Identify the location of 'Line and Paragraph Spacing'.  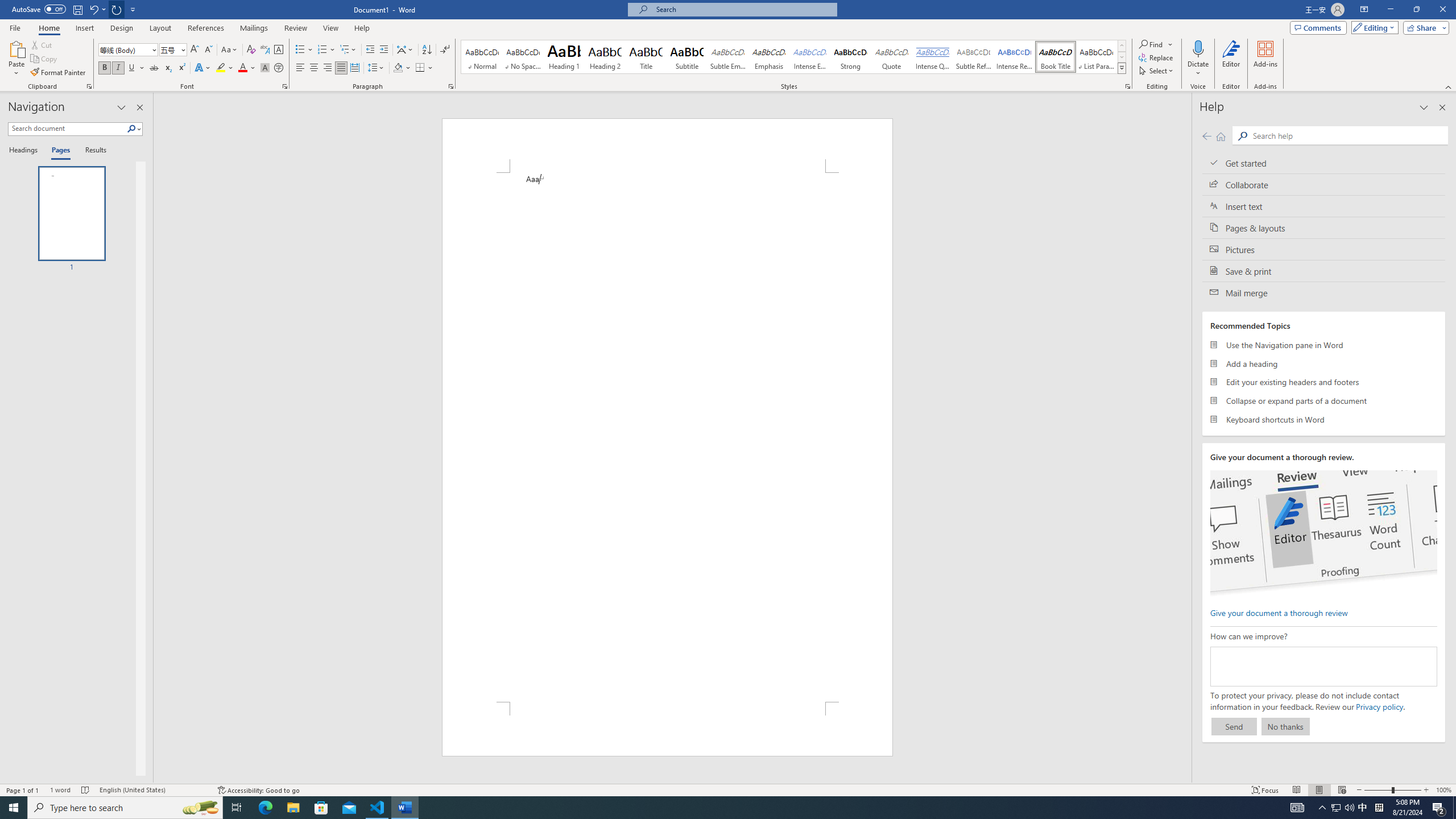
(377, 67).